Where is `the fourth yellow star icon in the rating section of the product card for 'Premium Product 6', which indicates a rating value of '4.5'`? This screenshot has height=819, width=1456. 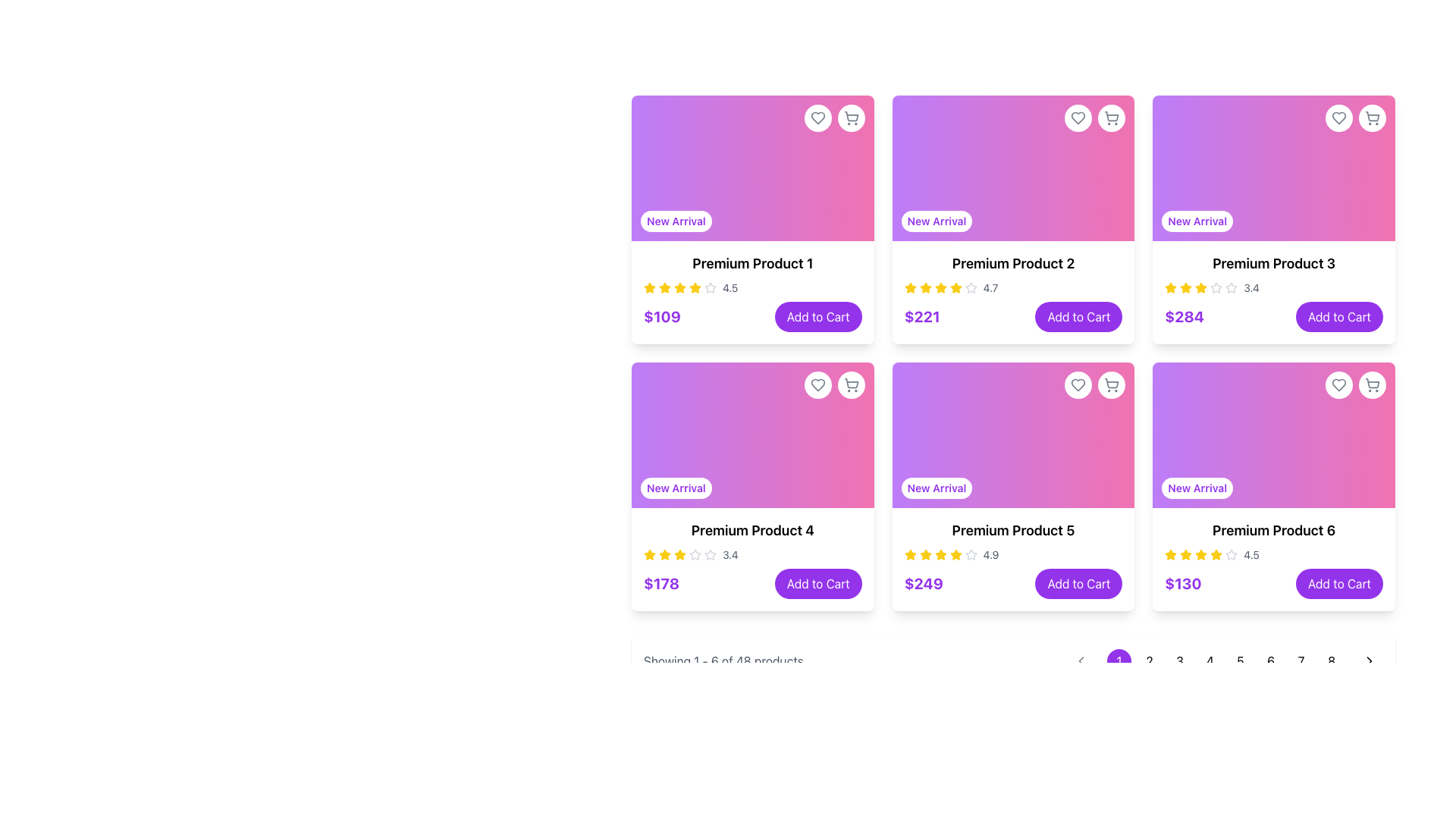
the fourth yellow star icon in the rating section of the product card for 'Premium Product 6', which indicates a rating value of '4.5' is located at coordinates (1200, 555).